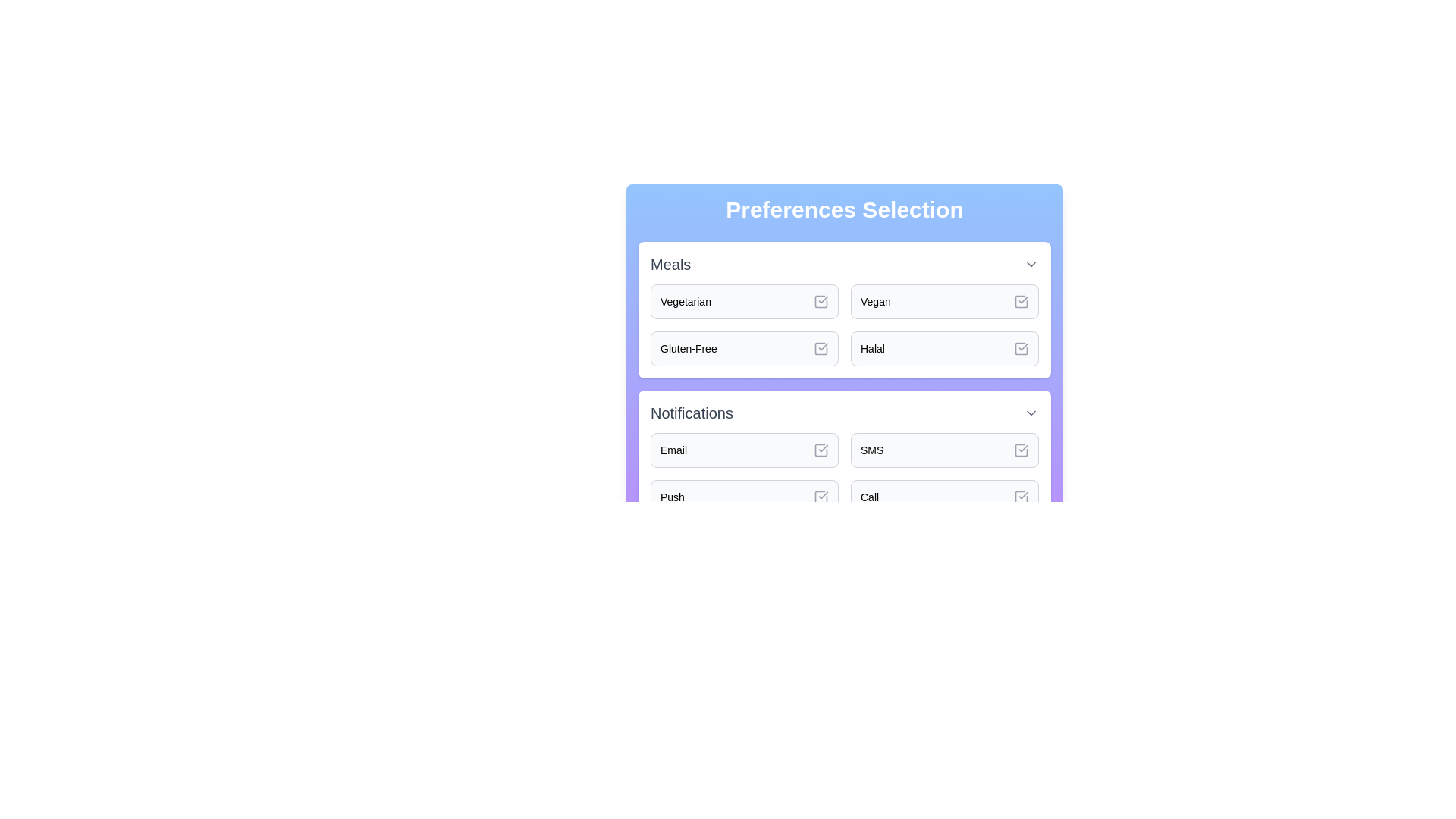 The height and width of the screenshot is (819, 1456). What do you see at coordinates (870, 497) in the screenshot?
I see `text label displaying 'Call' in a medium-sized sans-serif font within the Notifications section for comprehension` at bounding box center [870, 497].